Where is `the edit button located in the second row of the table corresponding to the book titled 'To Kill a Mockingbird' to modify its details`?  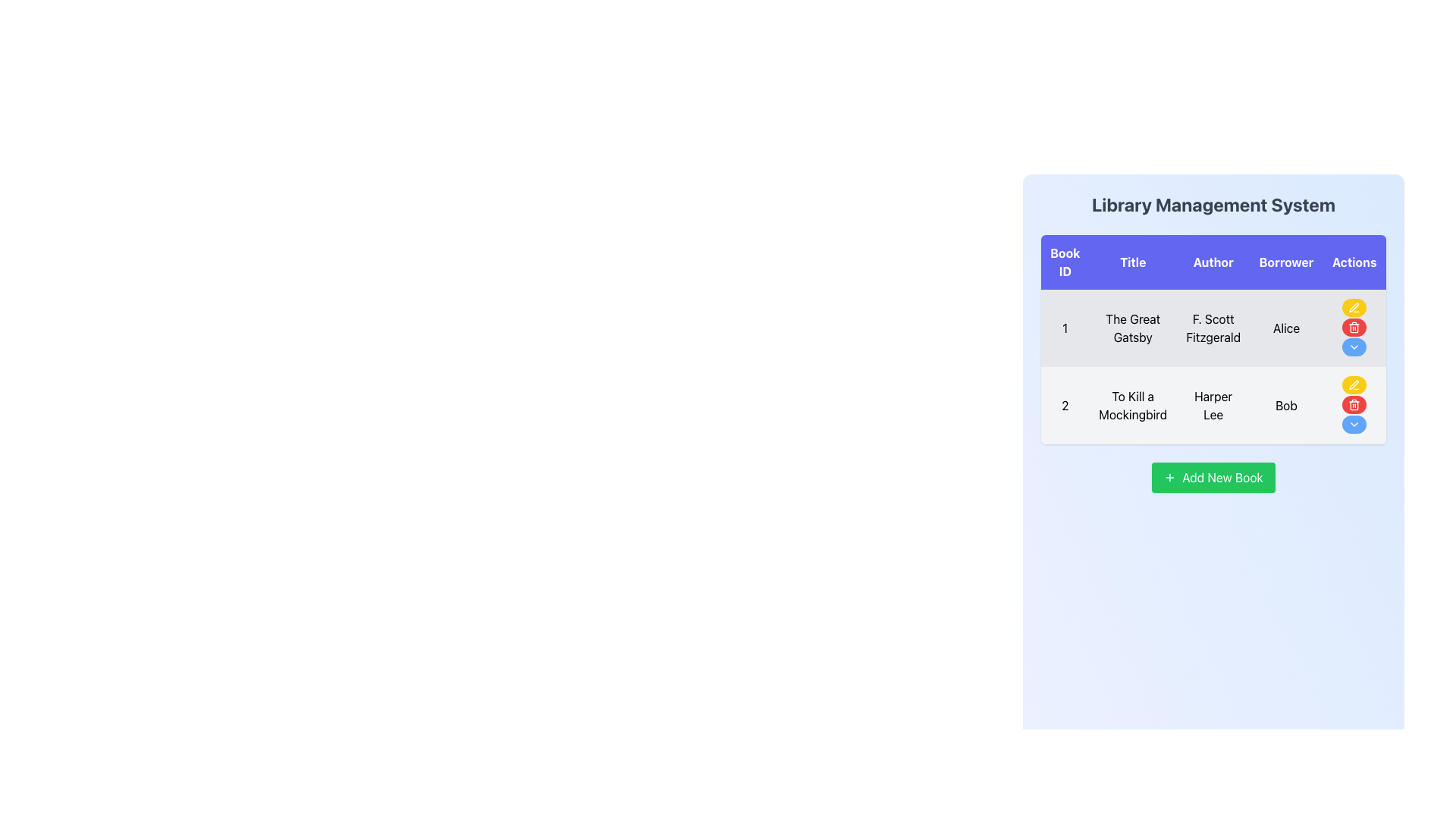
the edit button located in the second row of the table corresponding to the book titled 'To Kill a Mockingbird' to modify its details is located at coordinates (1354, 384).